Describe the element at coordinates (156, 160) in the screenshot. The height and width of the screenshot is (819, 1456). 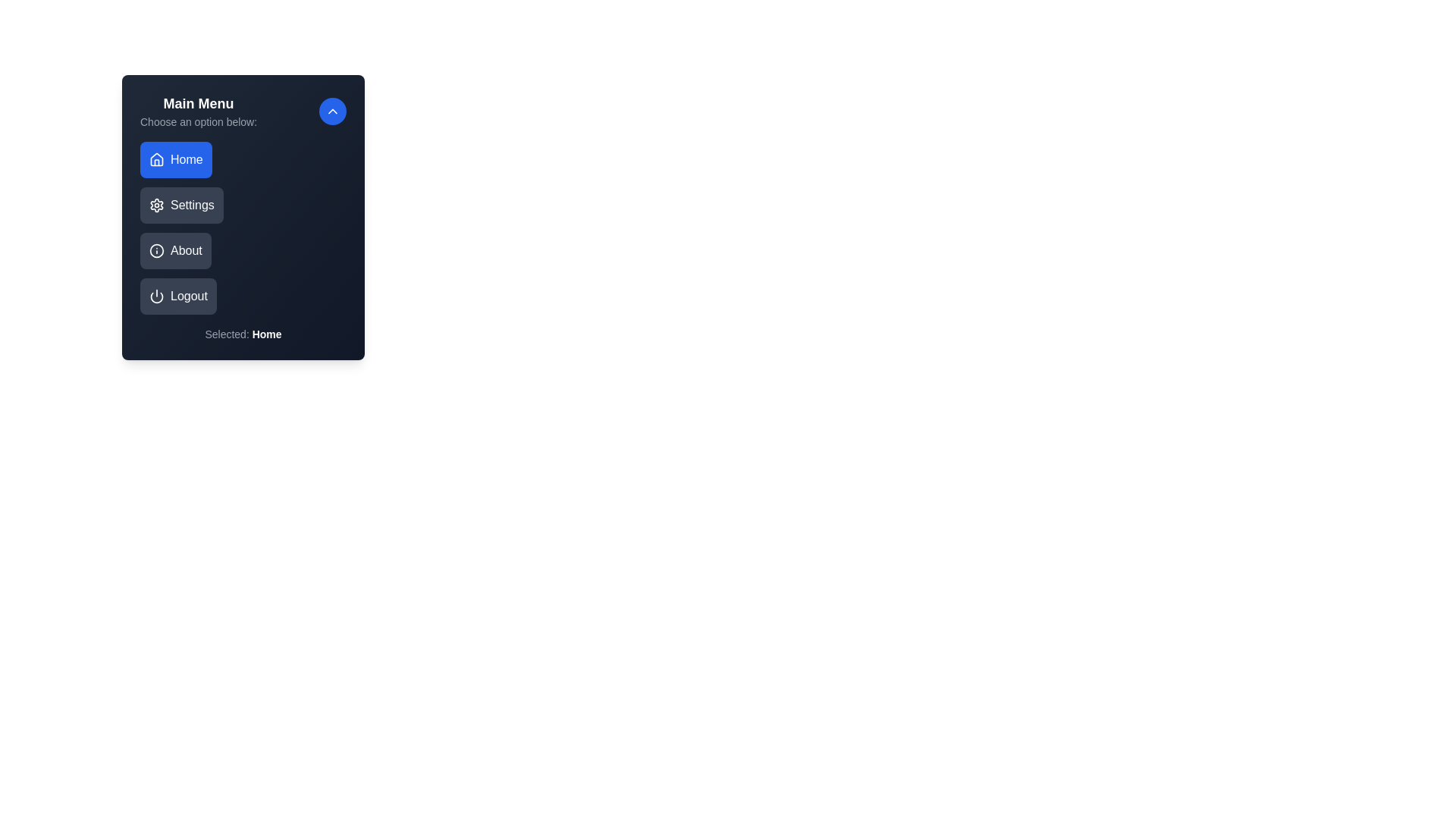
I see `the house icon inside the blue button labeled 'Home'` at that location.